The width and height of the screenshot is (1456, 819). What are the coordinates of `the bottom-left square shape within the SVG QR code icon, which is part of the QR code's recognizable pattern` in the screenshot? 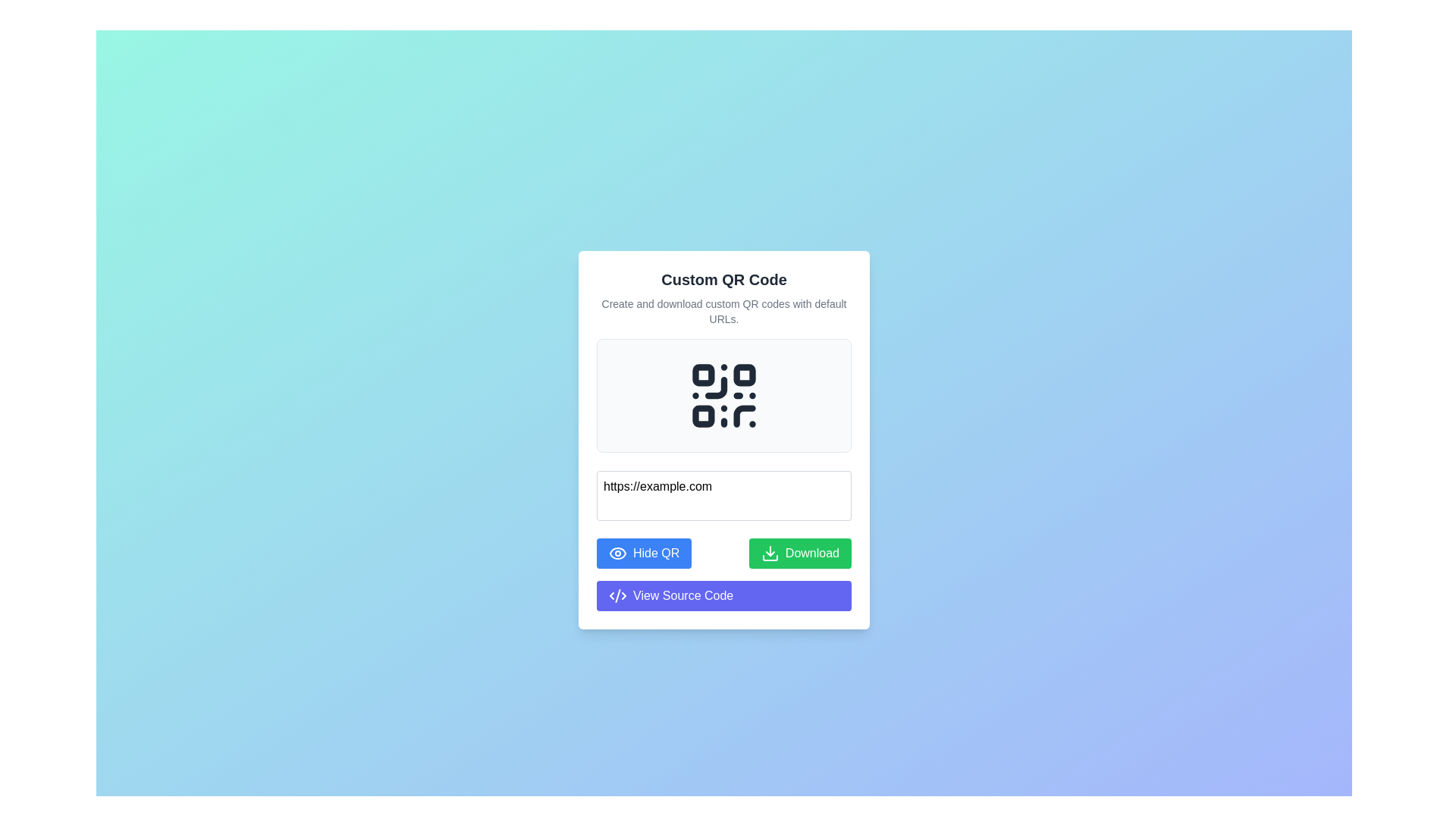 It's located at (702, 416).